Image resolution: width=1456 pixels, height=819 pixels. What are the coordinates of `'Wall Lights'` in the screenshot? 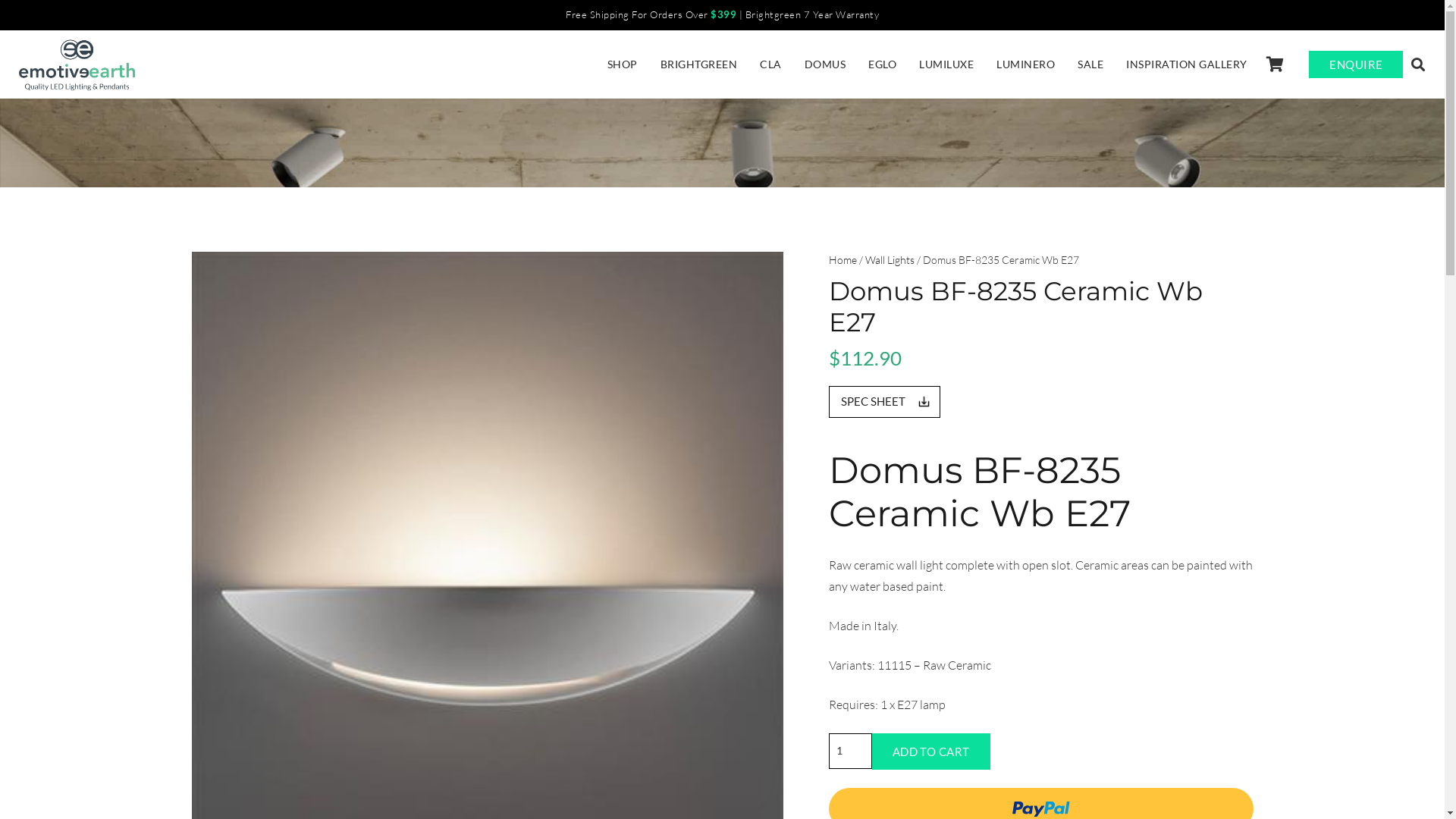 It's located at (889, 259).